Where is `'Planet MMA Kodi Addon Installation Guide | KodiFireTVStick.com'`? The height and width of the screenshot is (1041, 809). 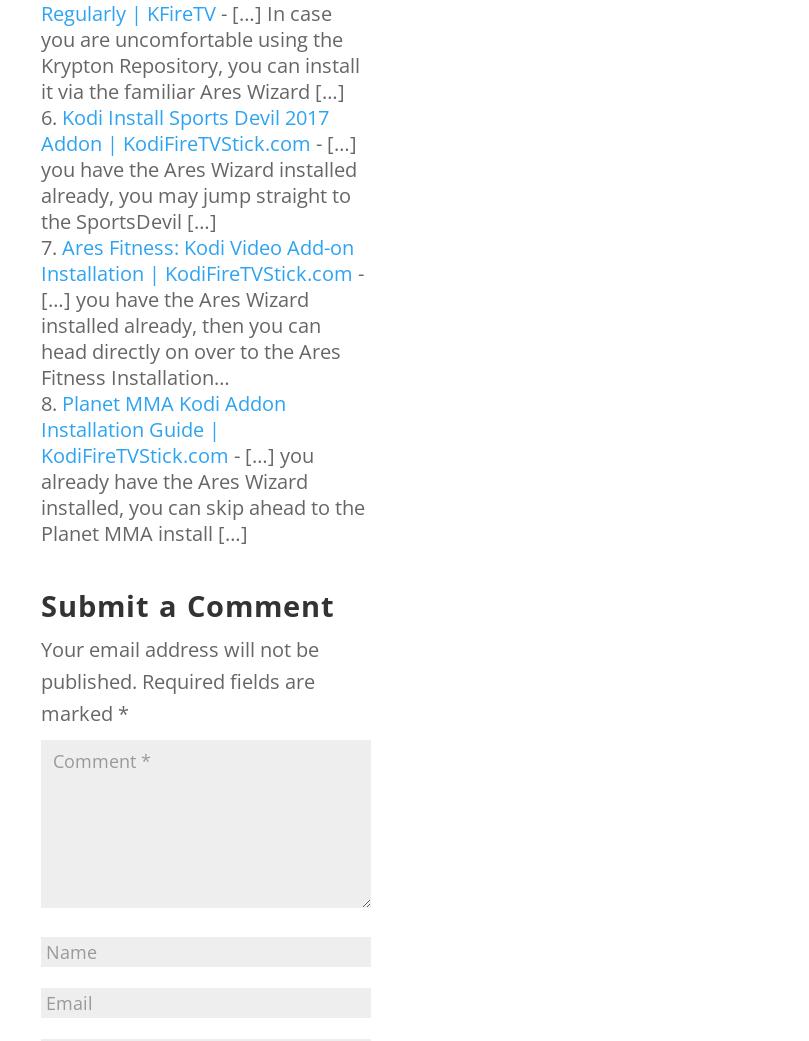 'Planet MMA Kodi Addon Installation Guide | KodiFireTVStick.com' is located at coordinates (162, 427).